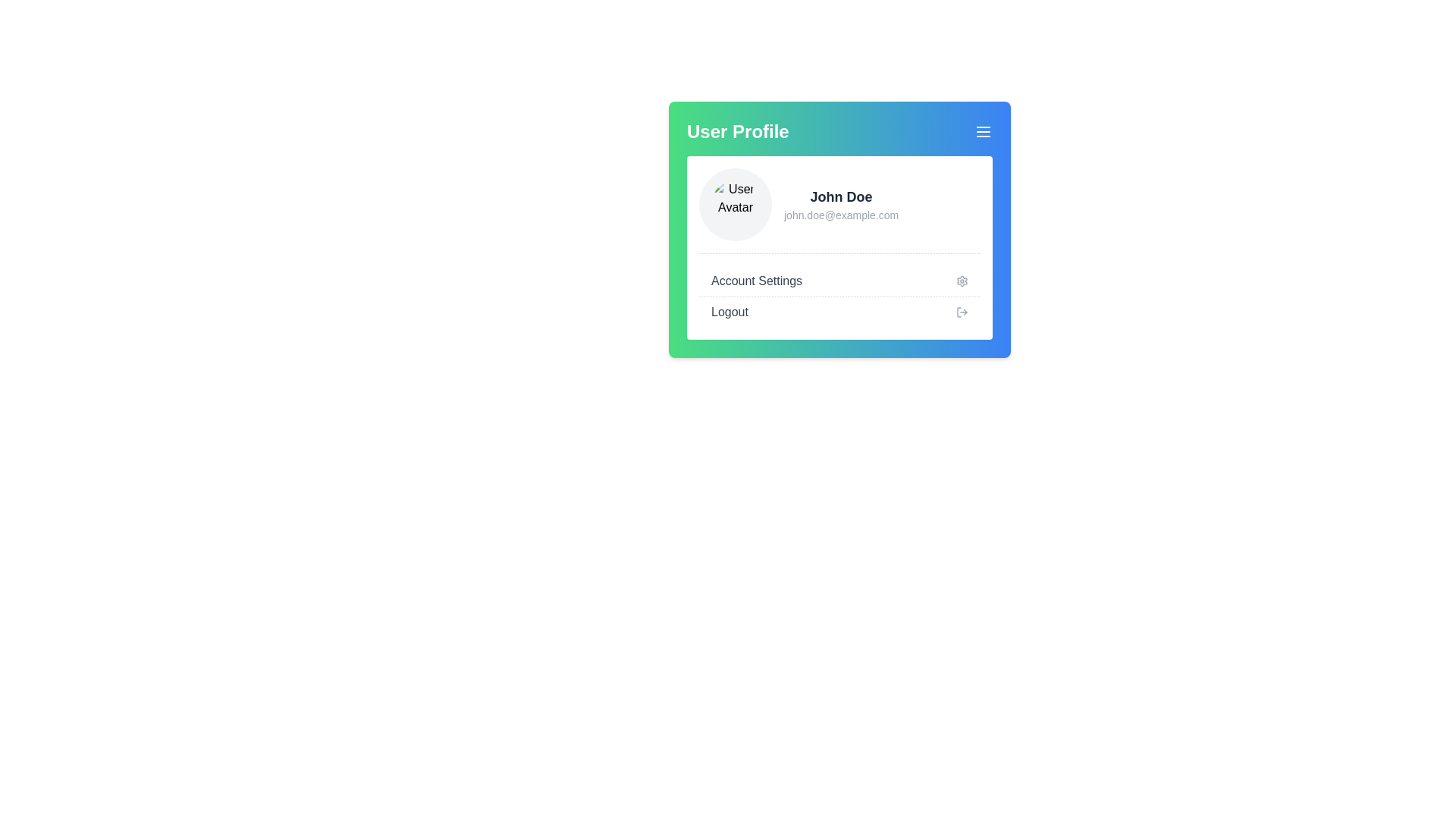  What do you see at coordinates (961, 281) in the screenshot?
I see `the settings icon located adjacent to the 'Account Settings' text in the UI` at bounding box center [961, 281].